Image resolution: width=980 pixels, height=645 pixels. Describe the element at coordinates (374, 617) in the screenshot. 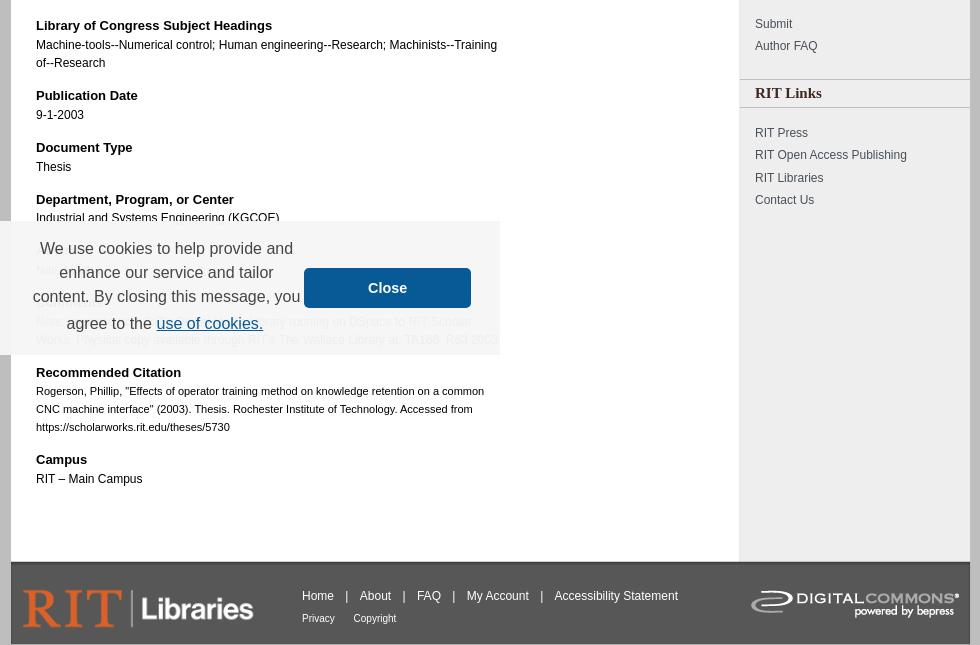

I see `'Copyright'` at that location.